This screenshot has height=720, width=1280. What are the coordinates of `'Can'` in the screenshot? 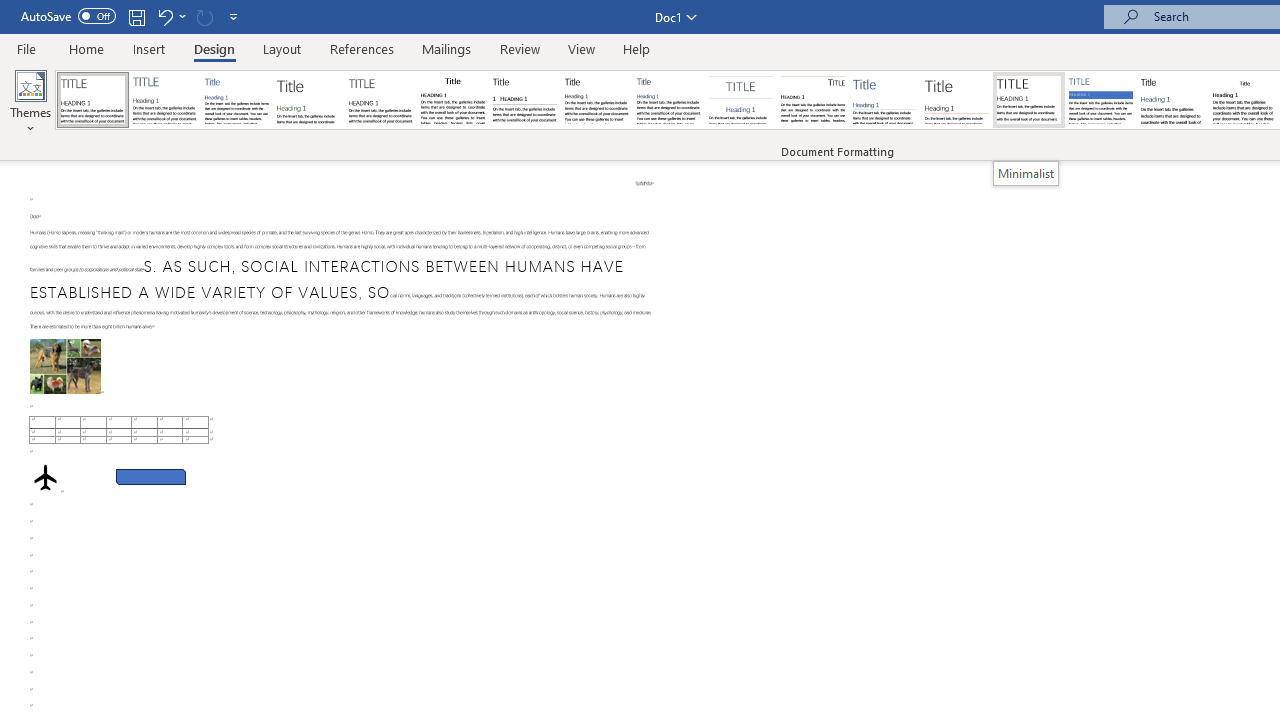 It's located at (204, 16).